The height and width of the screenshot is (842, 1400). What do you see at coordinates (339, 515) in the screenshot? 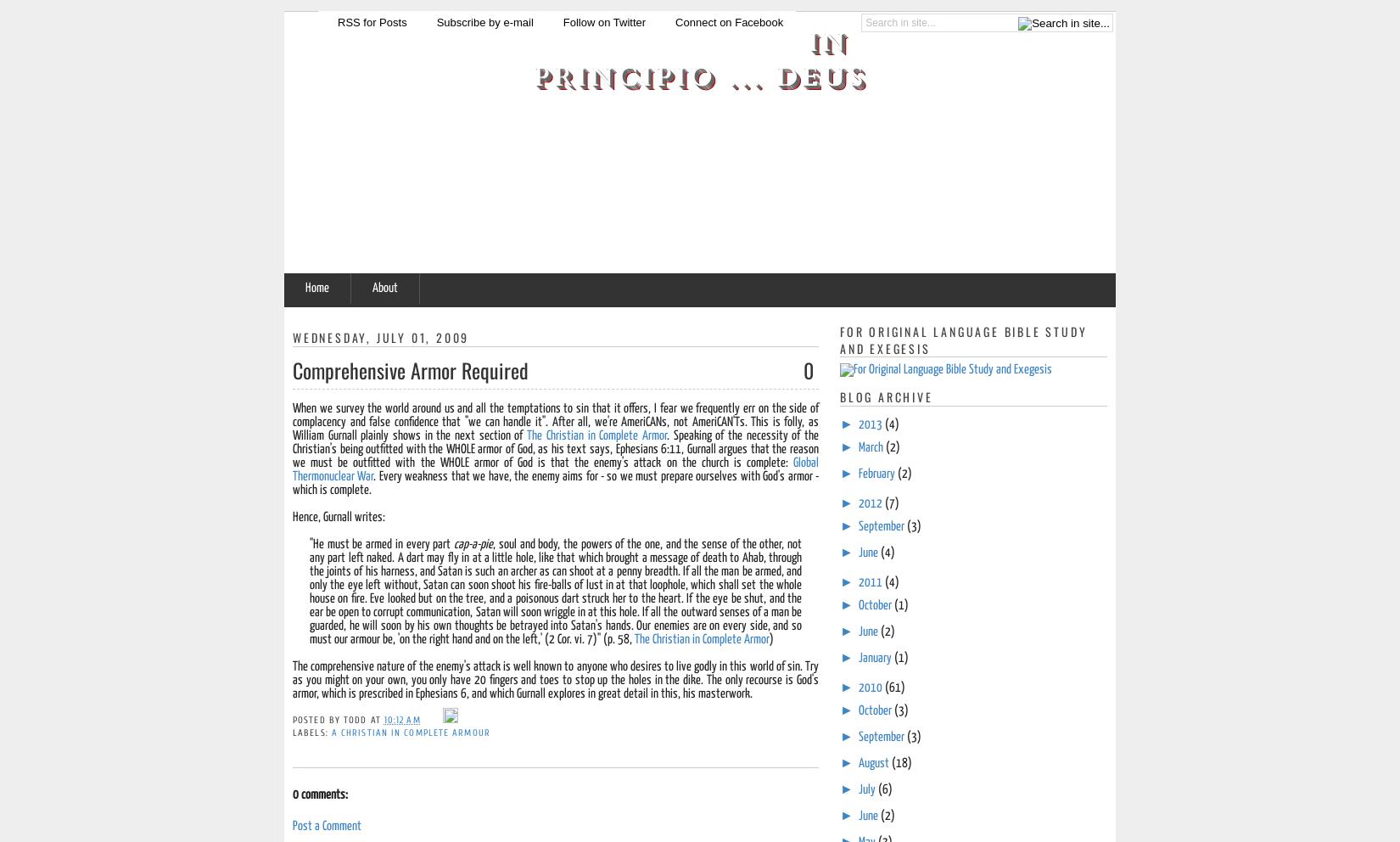
I see `'Hence, Gurnall writes:'` at bounding box center [339, 515].